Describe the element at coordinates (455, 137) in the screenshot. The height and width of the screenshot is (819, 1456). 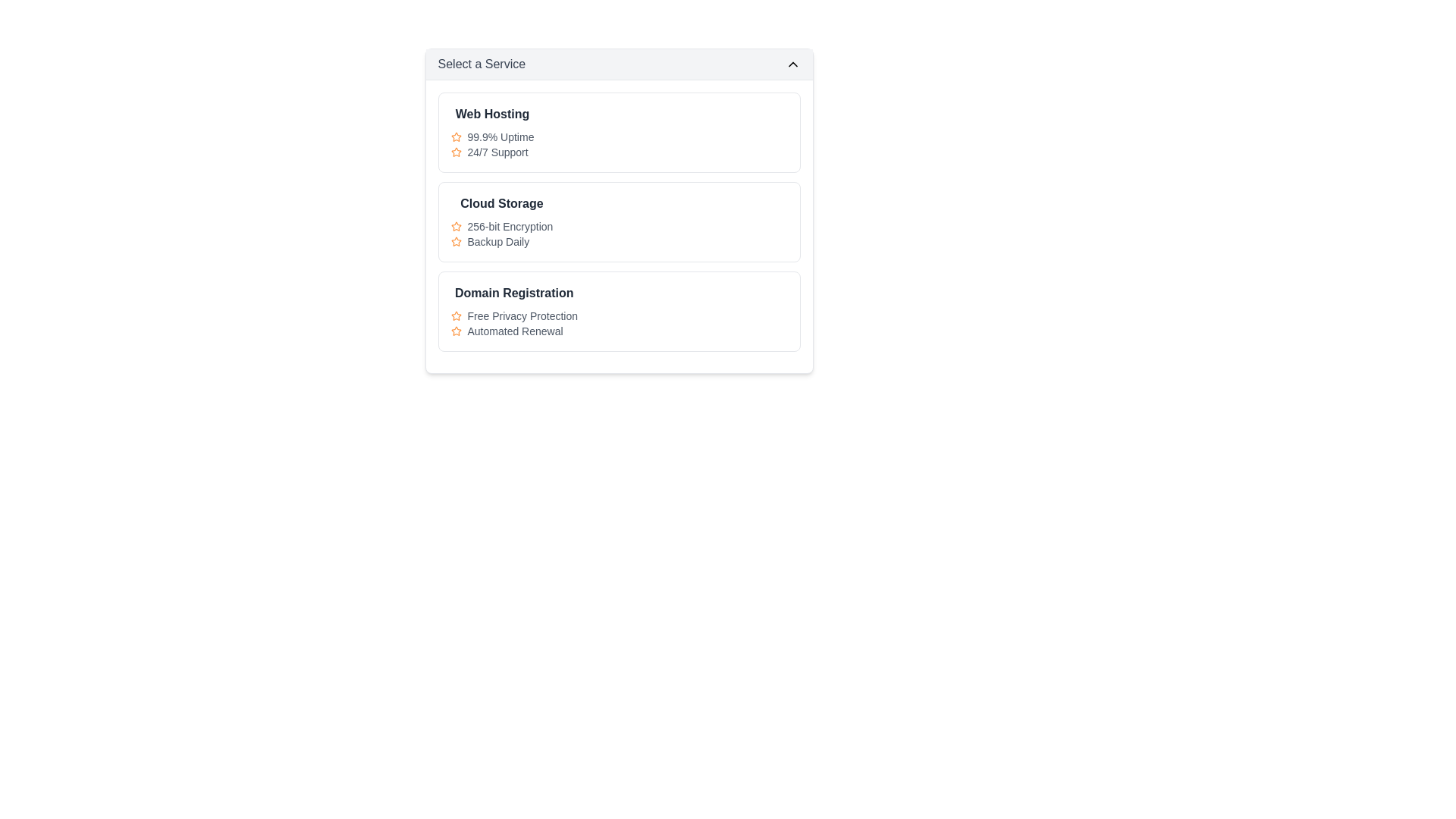
I see `the star icon representing '99.9% Uptime' in the 'Web Hosting' section of the service selection interface` at that location.